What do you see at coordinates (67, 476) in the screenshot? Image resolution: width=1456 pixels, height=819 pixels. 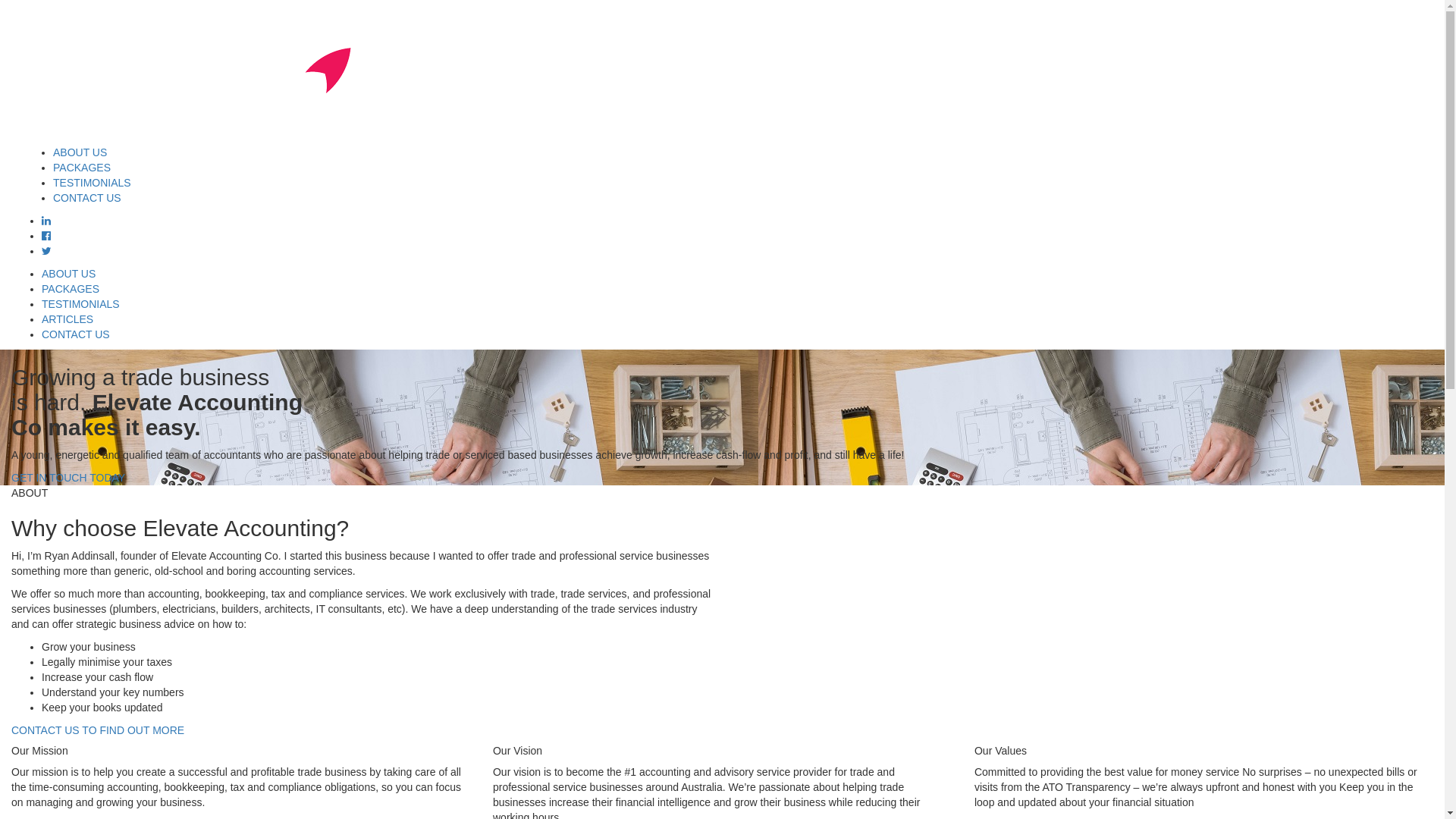 I see `'GET IN TOUCH TODAY'` at bounding box center [67, 476].